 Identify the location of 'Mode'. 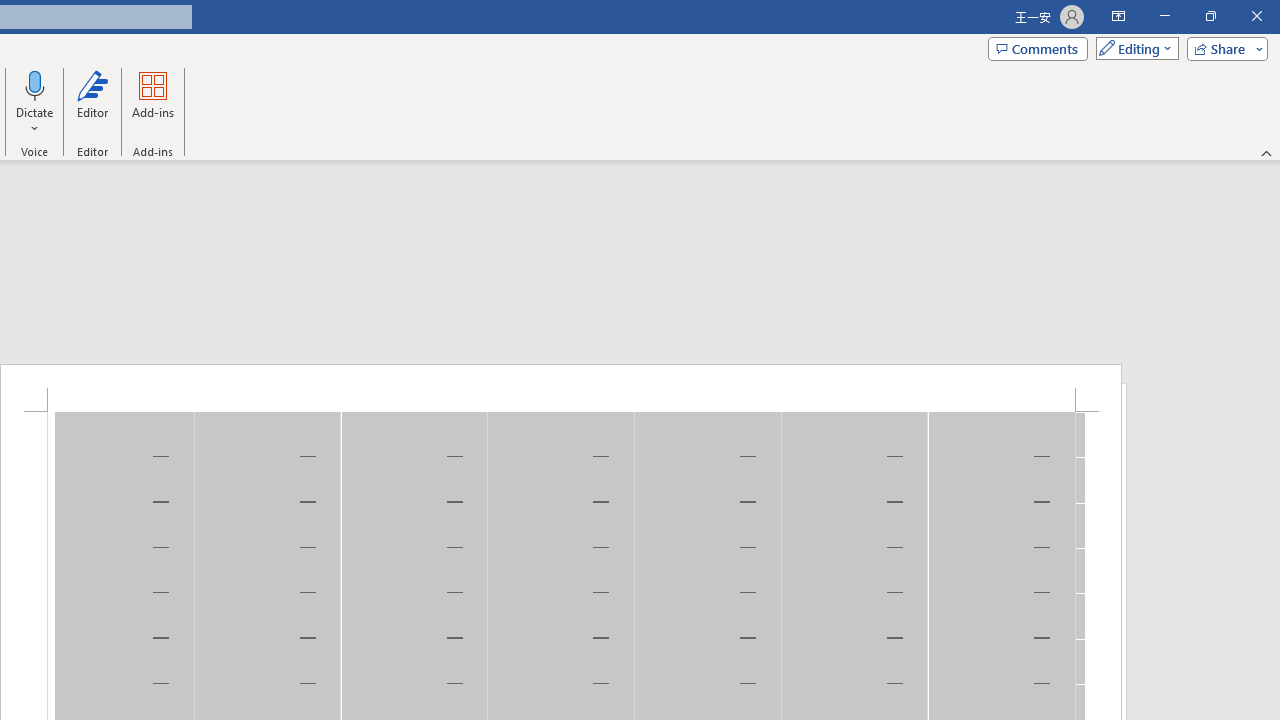
(1133, 47).